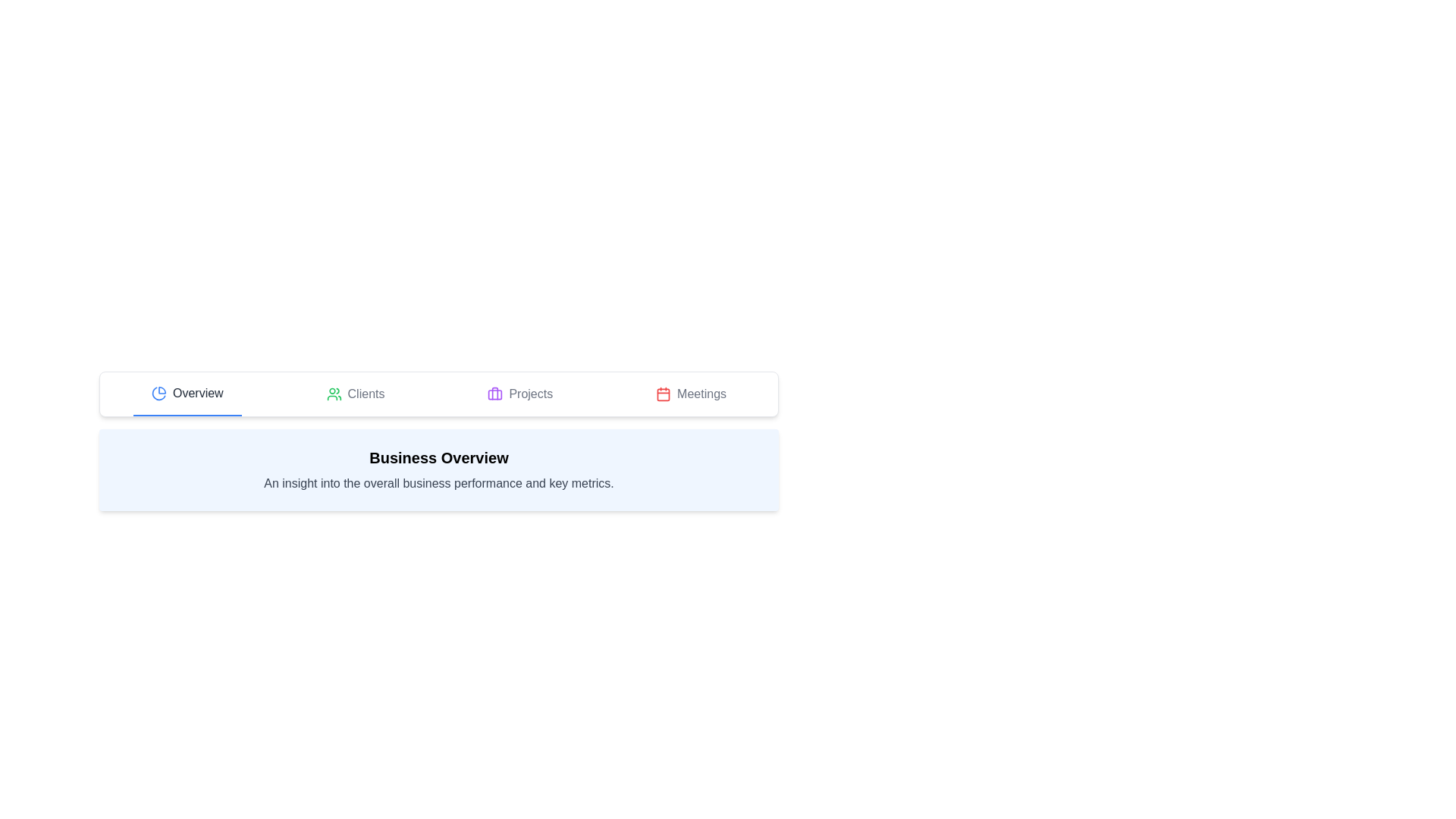 This screenshot has height=819, width=1456. What do you see at coordinates (366, 394) in the screenshot?
I see `the navigation menu item labeled 'Clients'` at bounding box center [366, 394].